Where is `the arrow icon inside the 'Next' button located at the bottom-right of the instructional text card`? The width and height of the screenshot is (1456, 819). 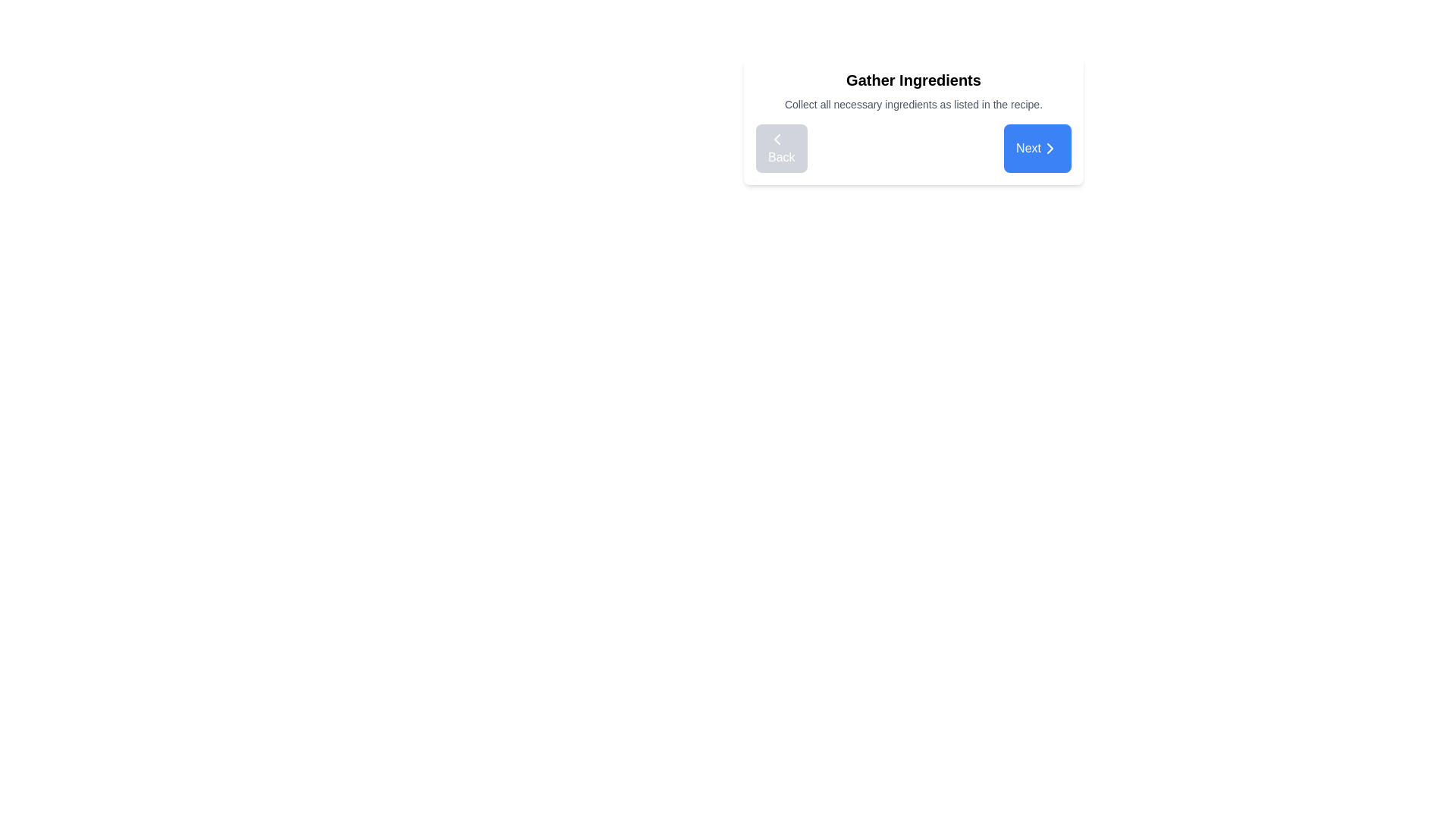 the arrow icon inside the 'Next' button located at the bottom-right of the instructional text card is located at coordinates (1050, 149).